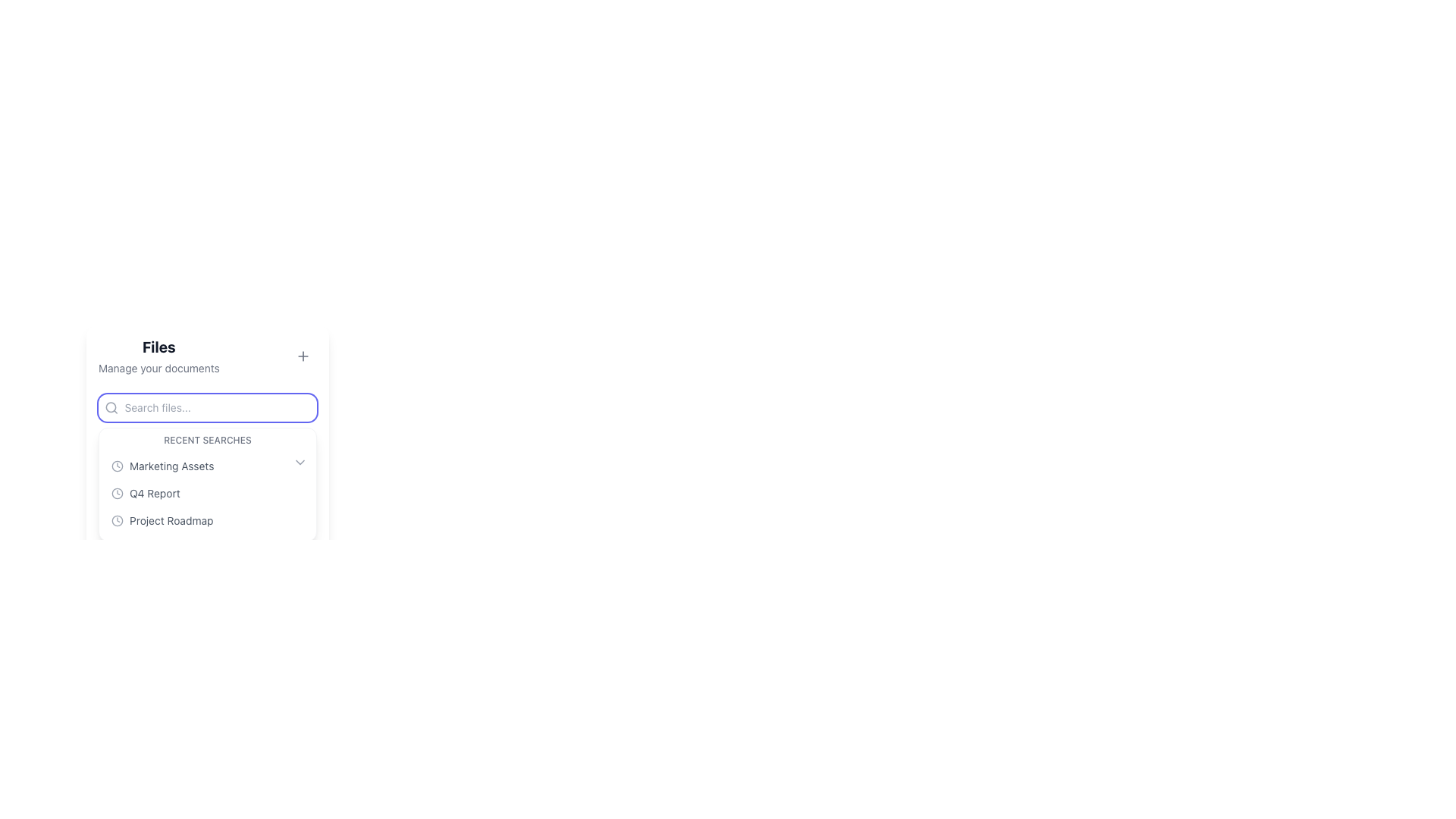 This screenshot has height=819, width=1456. What do you see at coordinates (298, 526) in the screenshot?
I see `the options button located at the far-right side of the 'Project Roadmap' entry in the 'RECENT SEARCHES' section` at bounding box center [298, 526].